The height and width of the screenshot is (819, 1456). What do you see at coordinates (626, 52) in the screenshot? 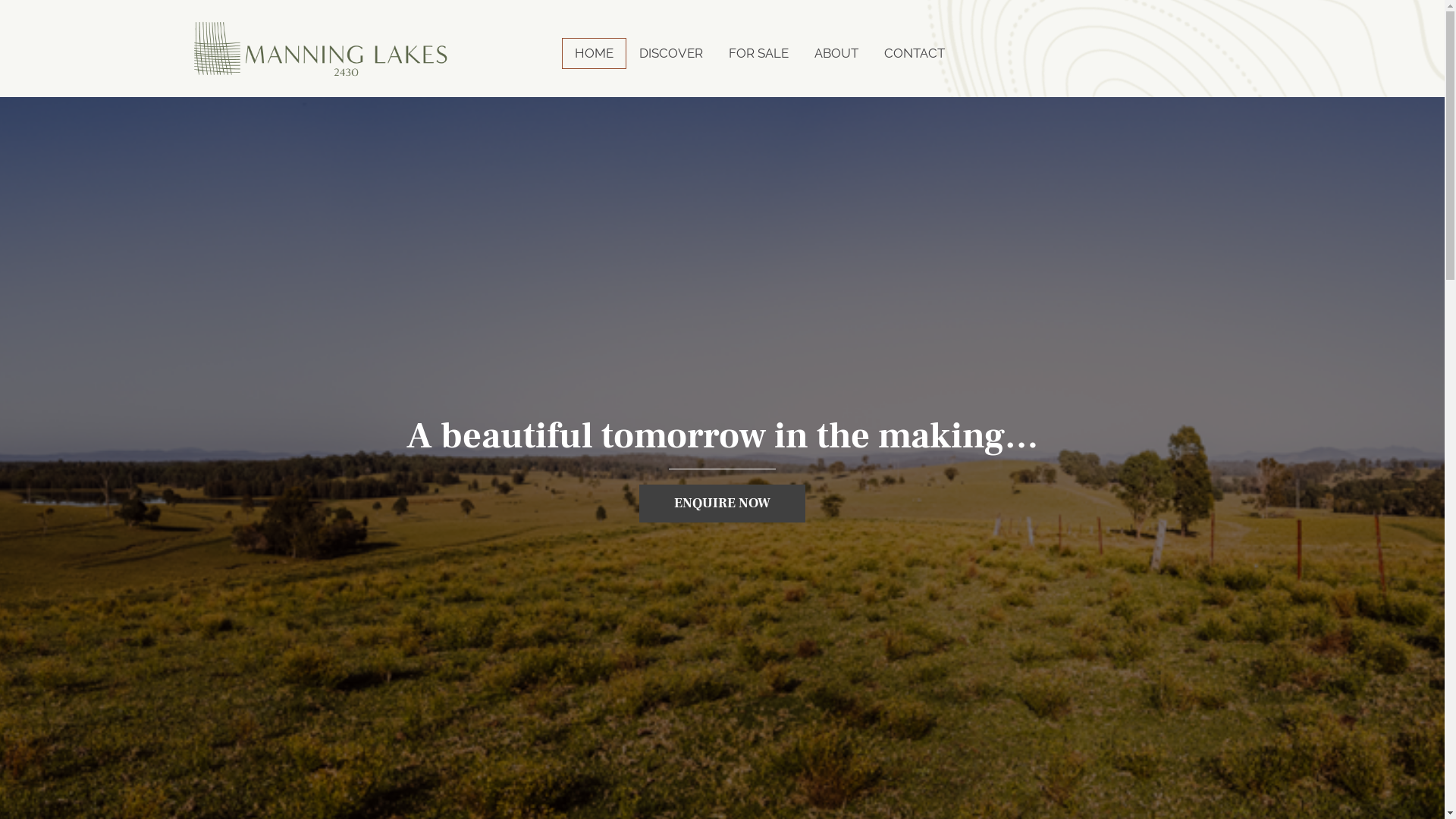
I see `'DISCOVER'` at bounding box center [626, 52].